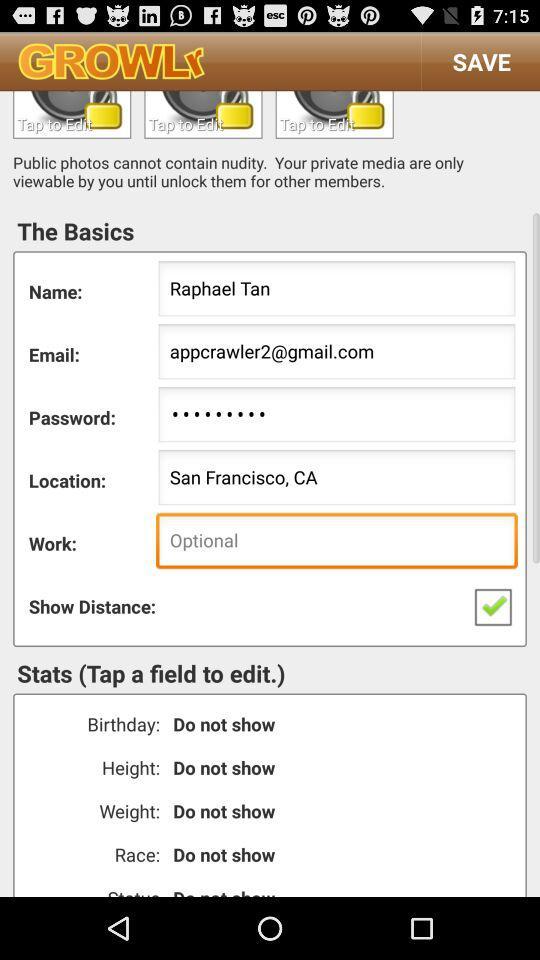 The image size is (540, 960). What do you see at coordinates (202, 114) in the screenshot?
I see `text to profile workplace` at bounding box center [202, 114].